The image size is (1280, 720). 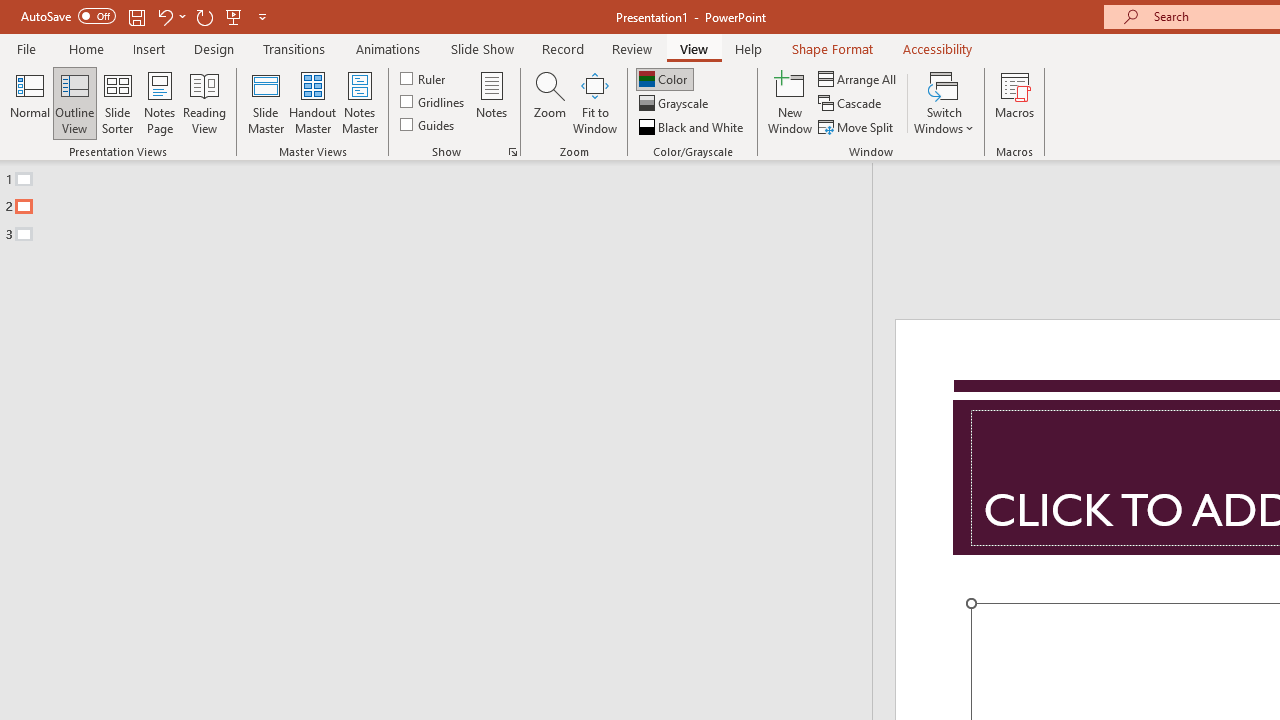 I want to click on 'Ruler', so click(x=423, y=77).